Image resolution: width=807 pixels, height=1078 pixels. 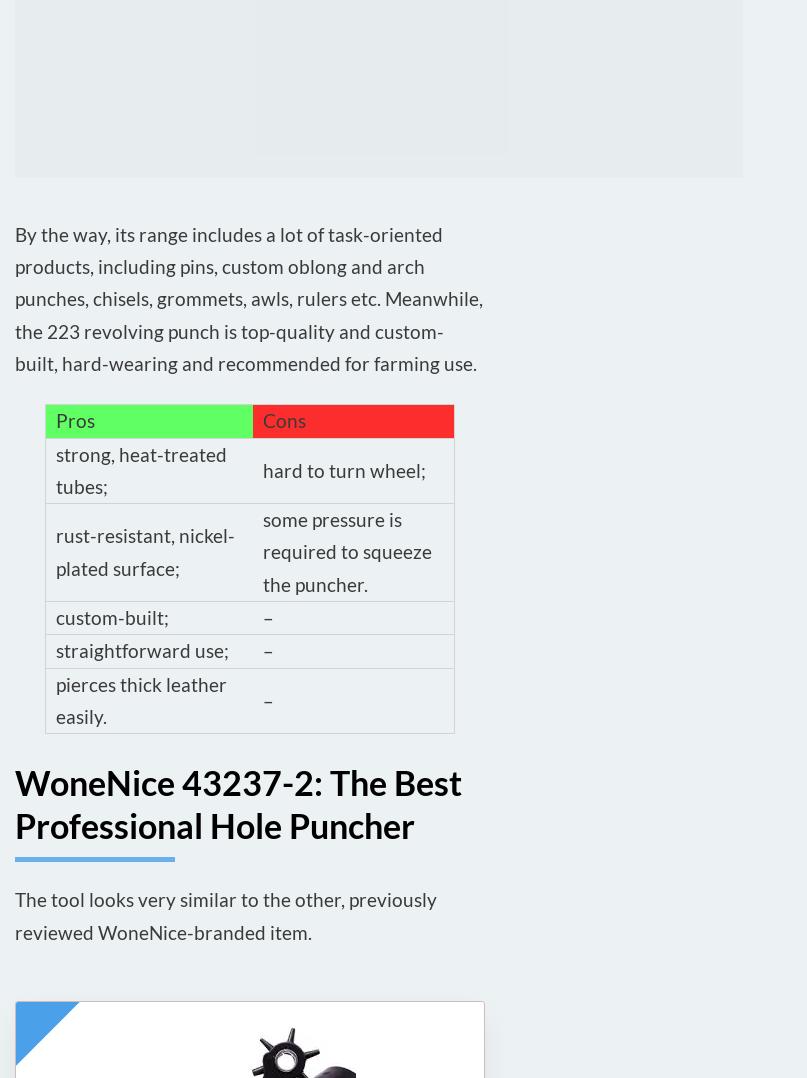 I want to click on 'custom-built;', so click(x=111, y=616).